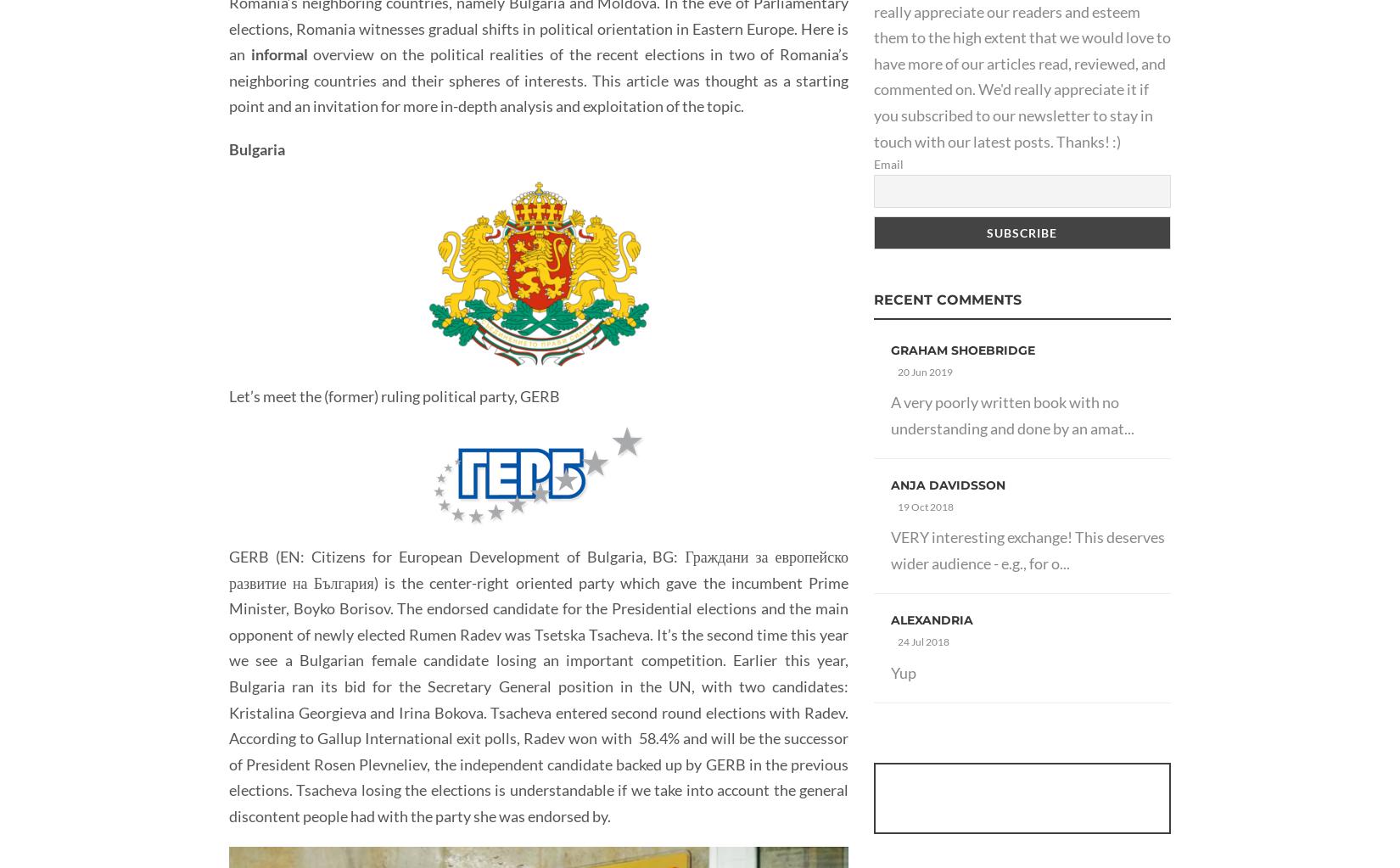 The height and width of the screenshot is (868, 1400). What do you see at coordinates (888, 164) in the screenshot?
I see `'Email'` at bounding box center [888, 164].